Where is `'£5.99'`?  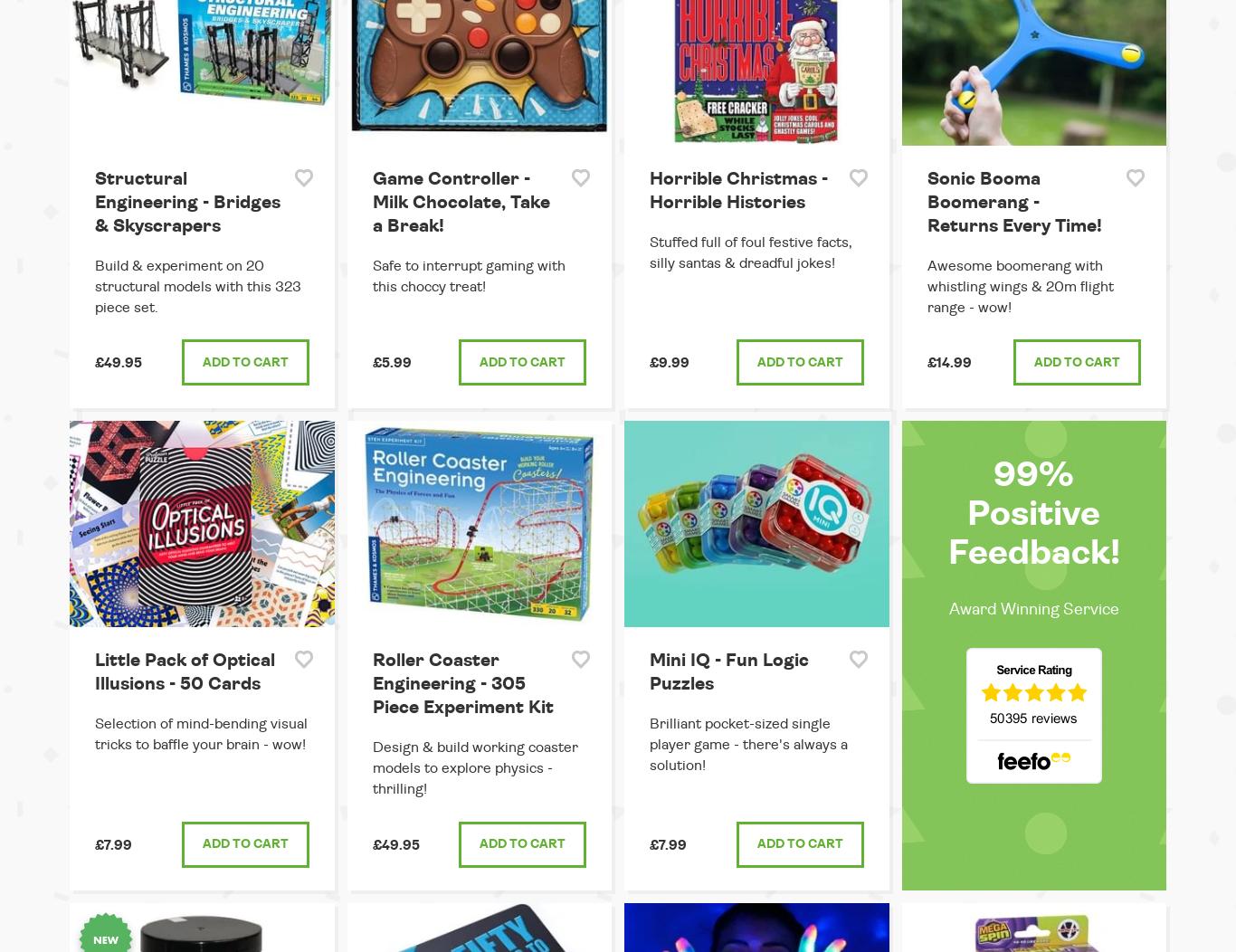 '£5.99' is located at coordinates (390, 362).